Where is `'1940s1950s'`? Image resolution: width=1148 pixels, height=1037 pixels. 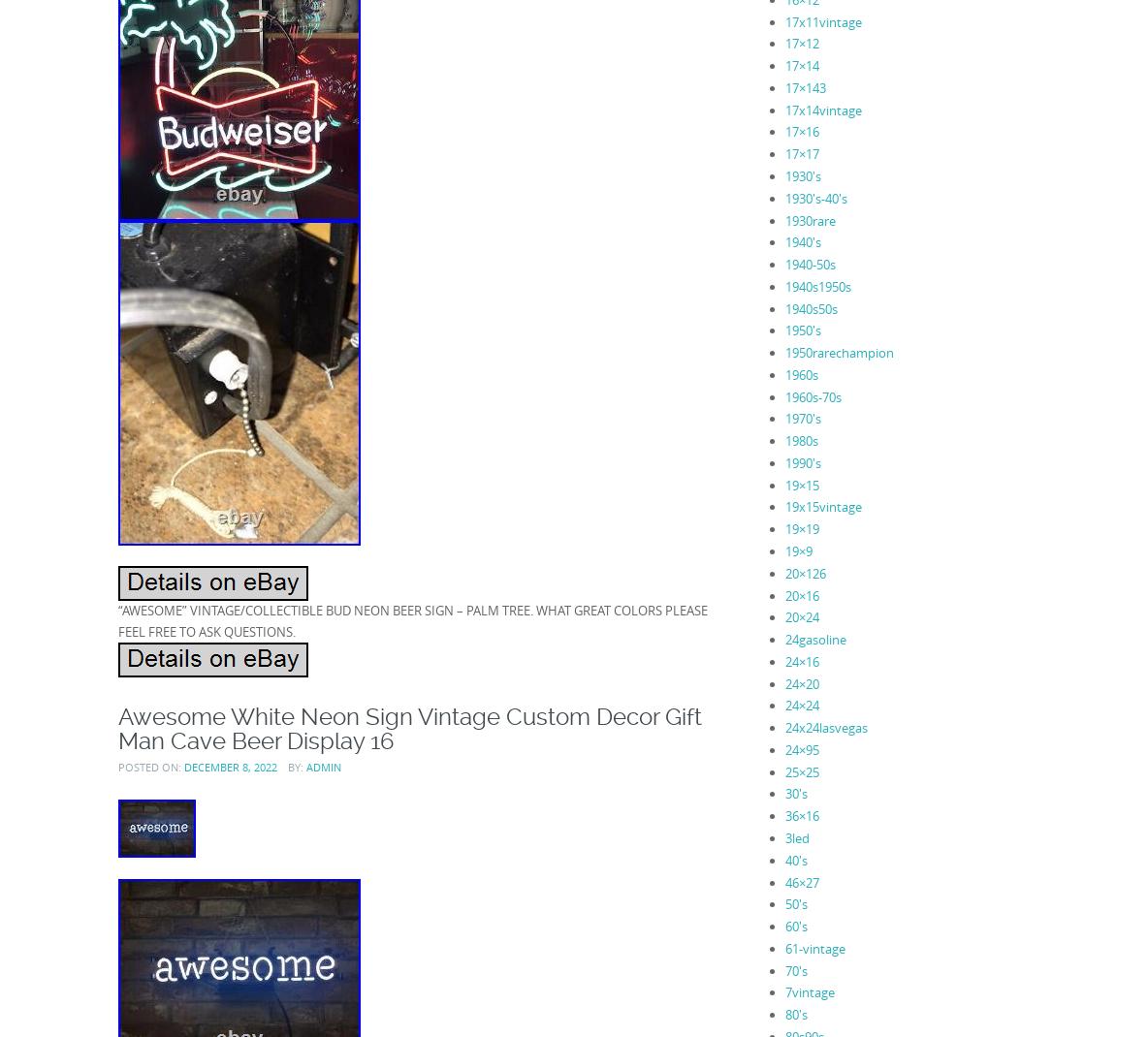
'1940s1950s' is located at coordinates (817, 285).